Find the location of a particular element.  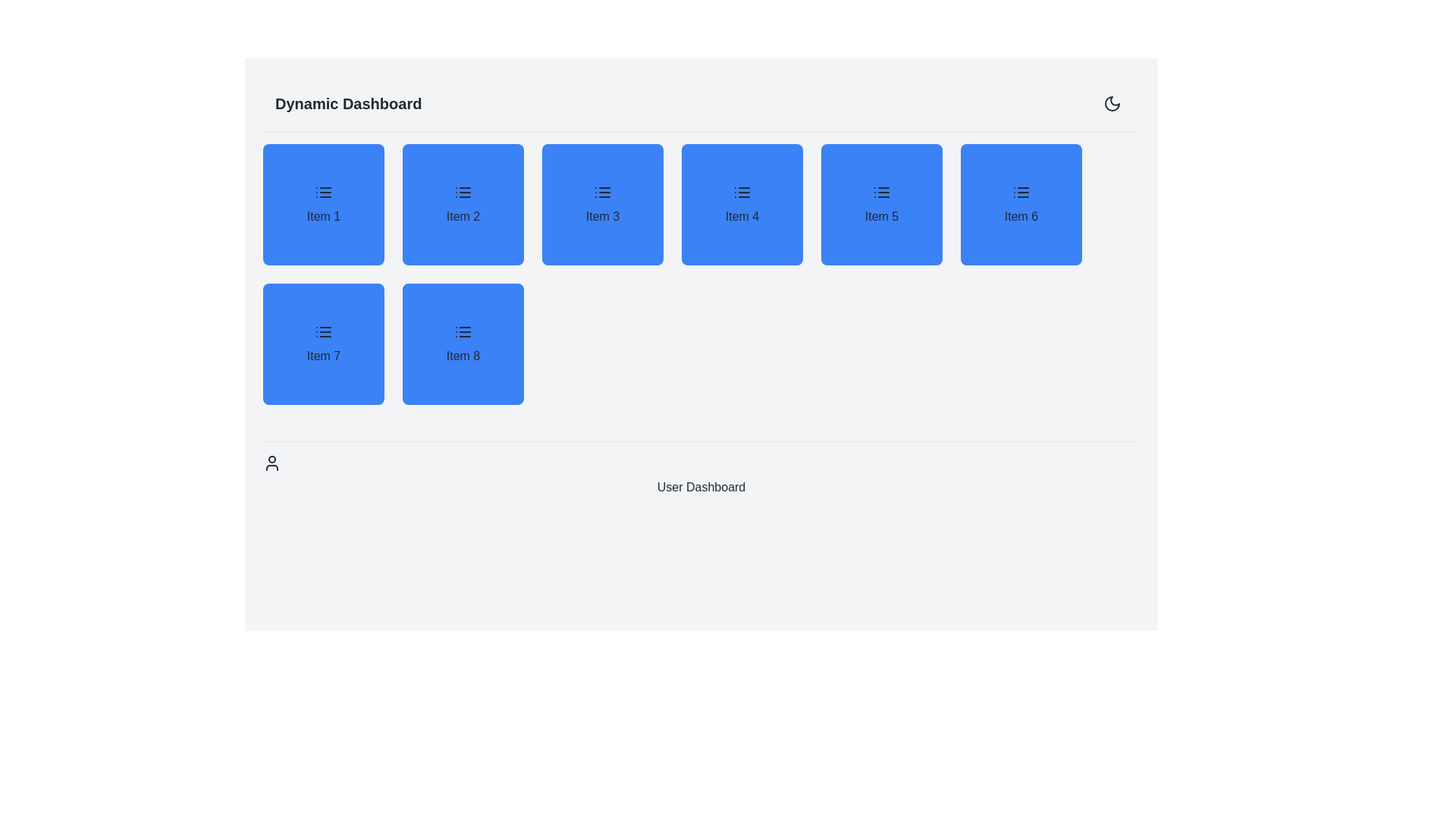

the header bar titled 'Dynamic Dashboard' to understand the dashboard context is located at coordinates (701, 103).